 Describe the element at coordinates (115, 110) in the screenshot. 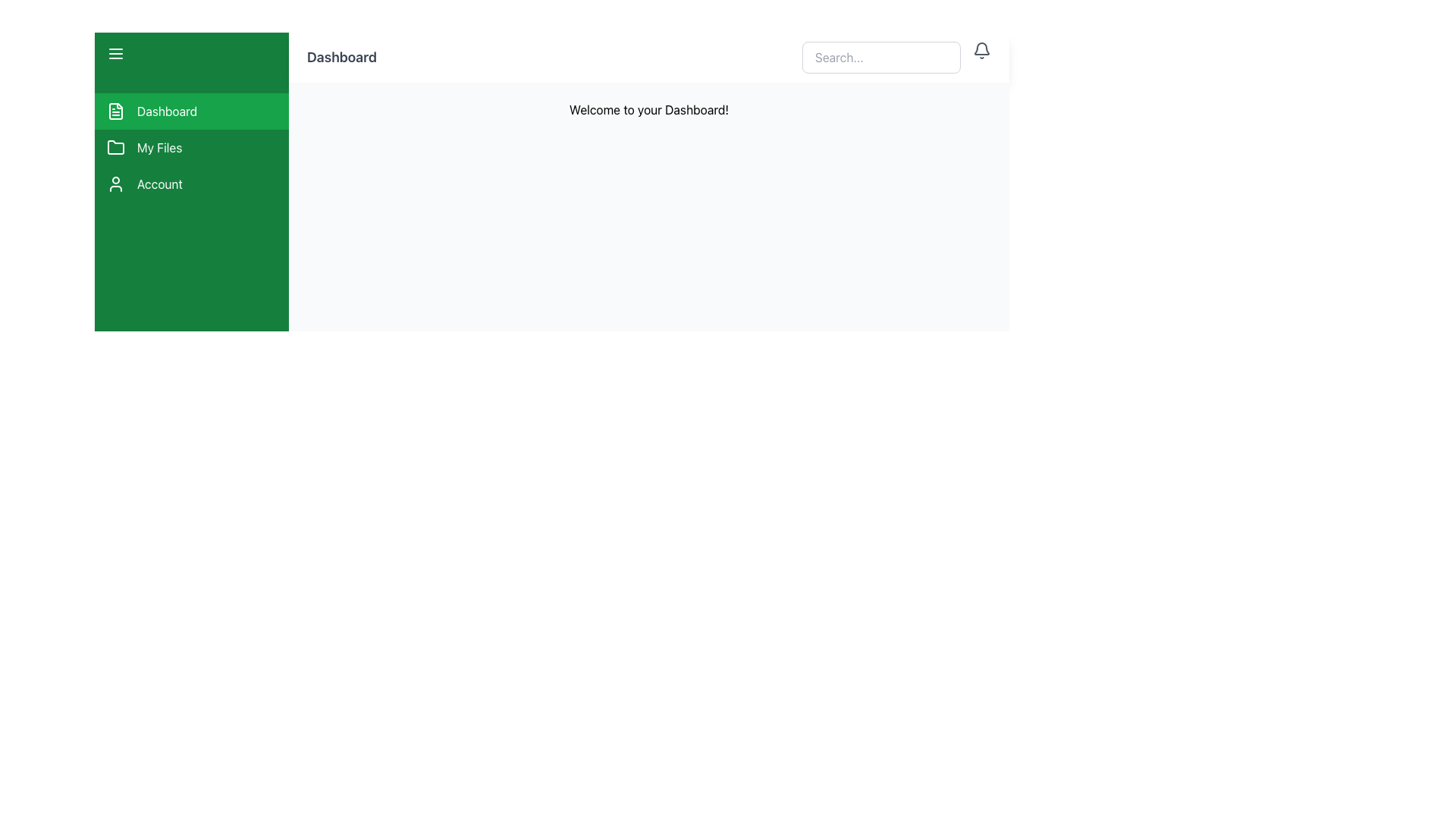

I see `the small white paper icon with text lines on a green background located at the top of the navigation sidebar, next to the 'Dashboard' menu item` at that location.